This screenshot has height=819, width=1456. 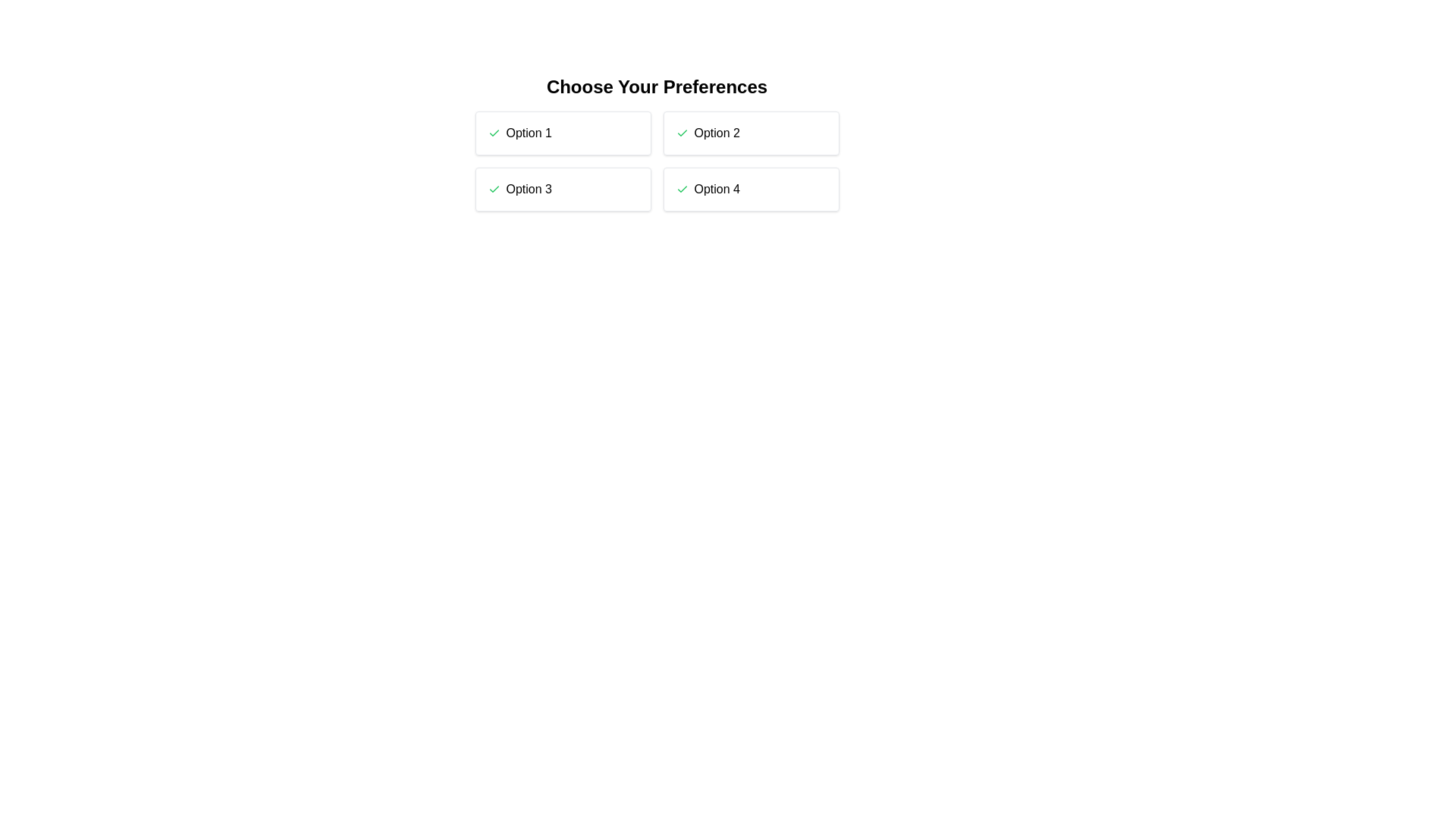 What do you see at coordinates (751, 189) in the screenshot?
I see `the option 4 to observe the hover effect` at bounding box center [751, 189].